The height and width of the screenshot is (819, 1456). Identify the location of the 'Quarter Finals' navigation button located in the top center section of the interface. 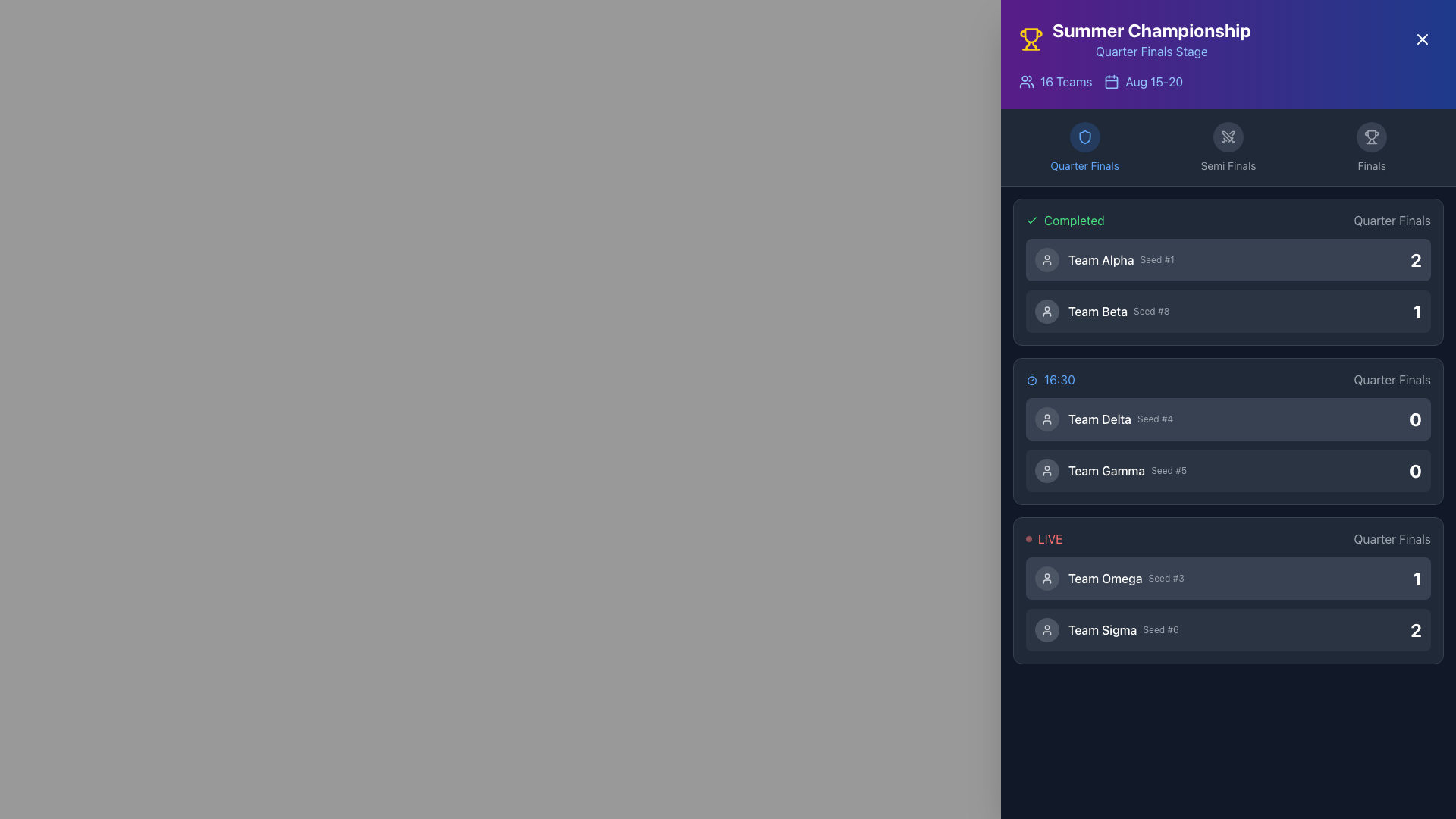
(1084, 137).